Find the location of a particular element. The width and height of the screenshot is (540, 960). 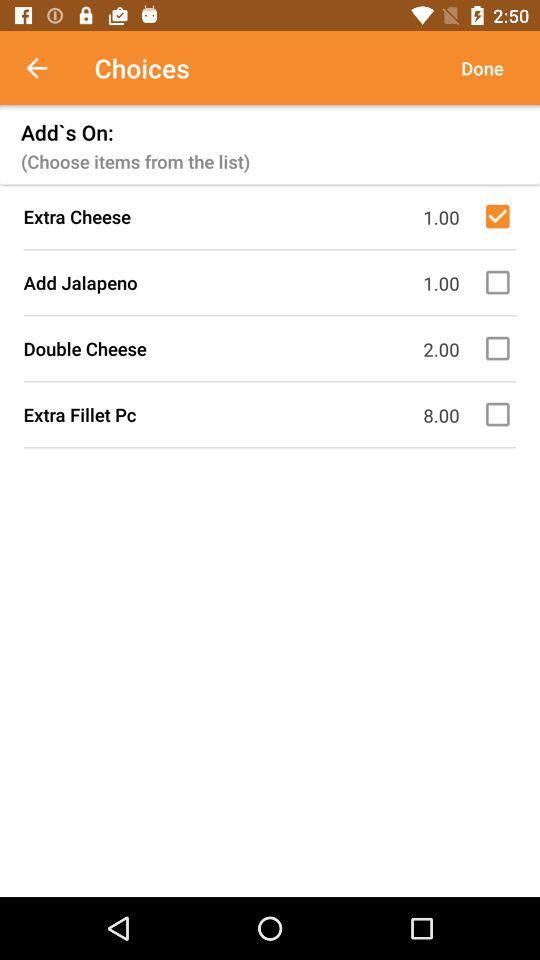

this is food items is located at coordinates (500, 281).